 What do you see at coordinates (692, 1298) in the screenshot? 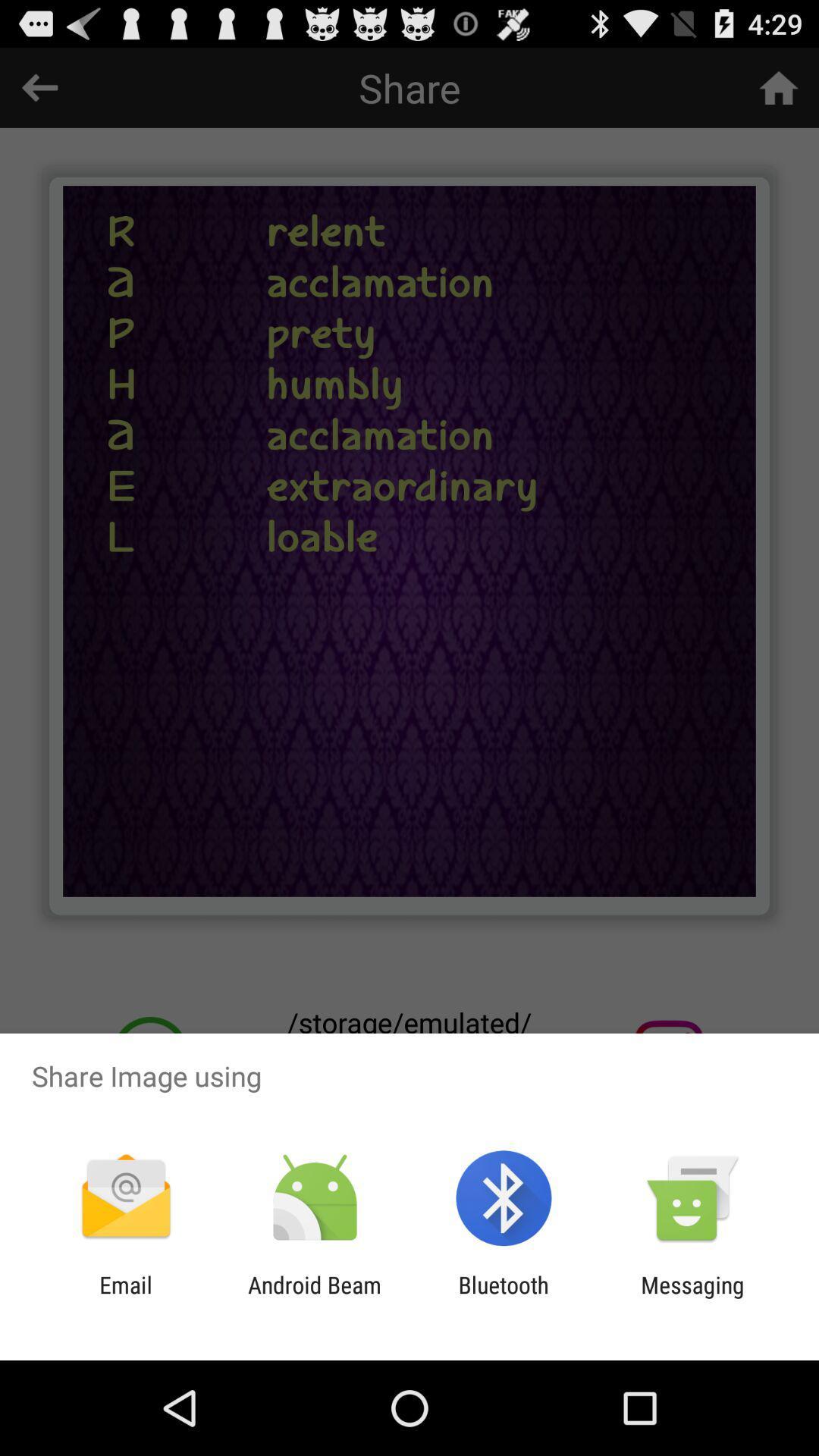
I see `the item to the right of the bluetooth app` at bounding box center [692, 1298].